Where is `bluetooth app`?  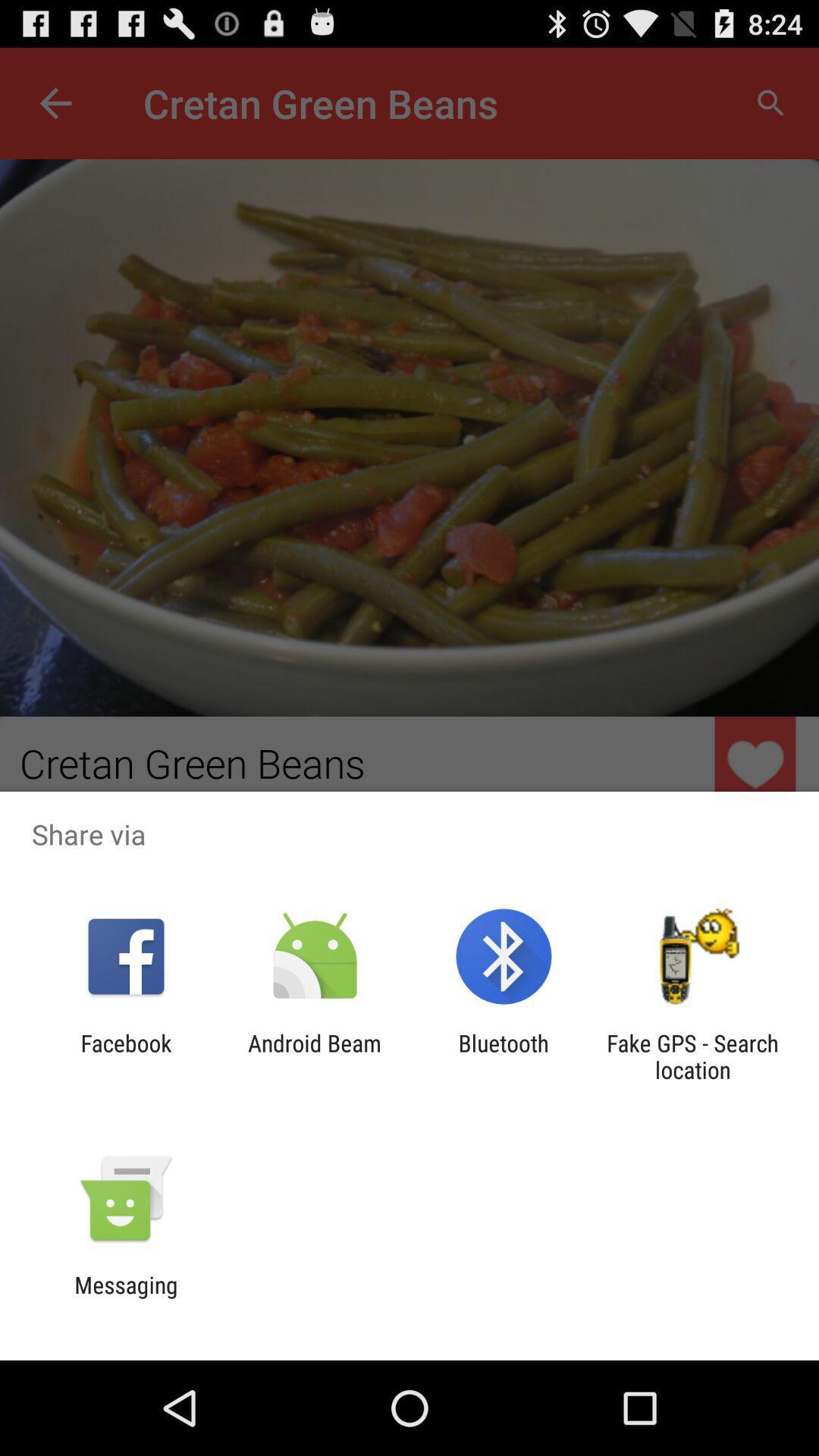 bluetooth app is located at coordinates (504, 1056).